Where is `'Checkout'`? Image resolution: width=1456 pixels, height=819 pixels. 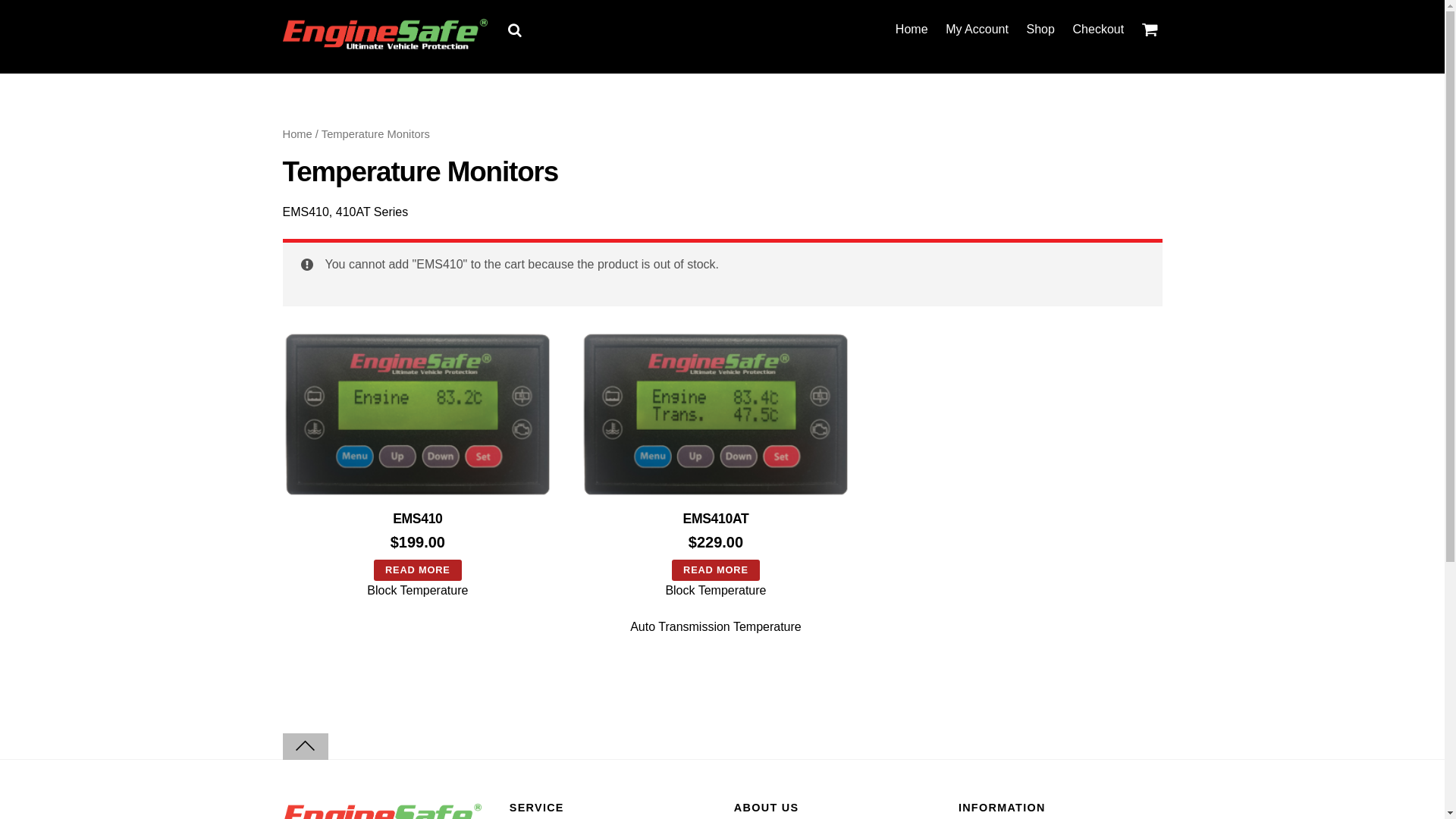 'Checkout' is located at coordinates (1098, 29).